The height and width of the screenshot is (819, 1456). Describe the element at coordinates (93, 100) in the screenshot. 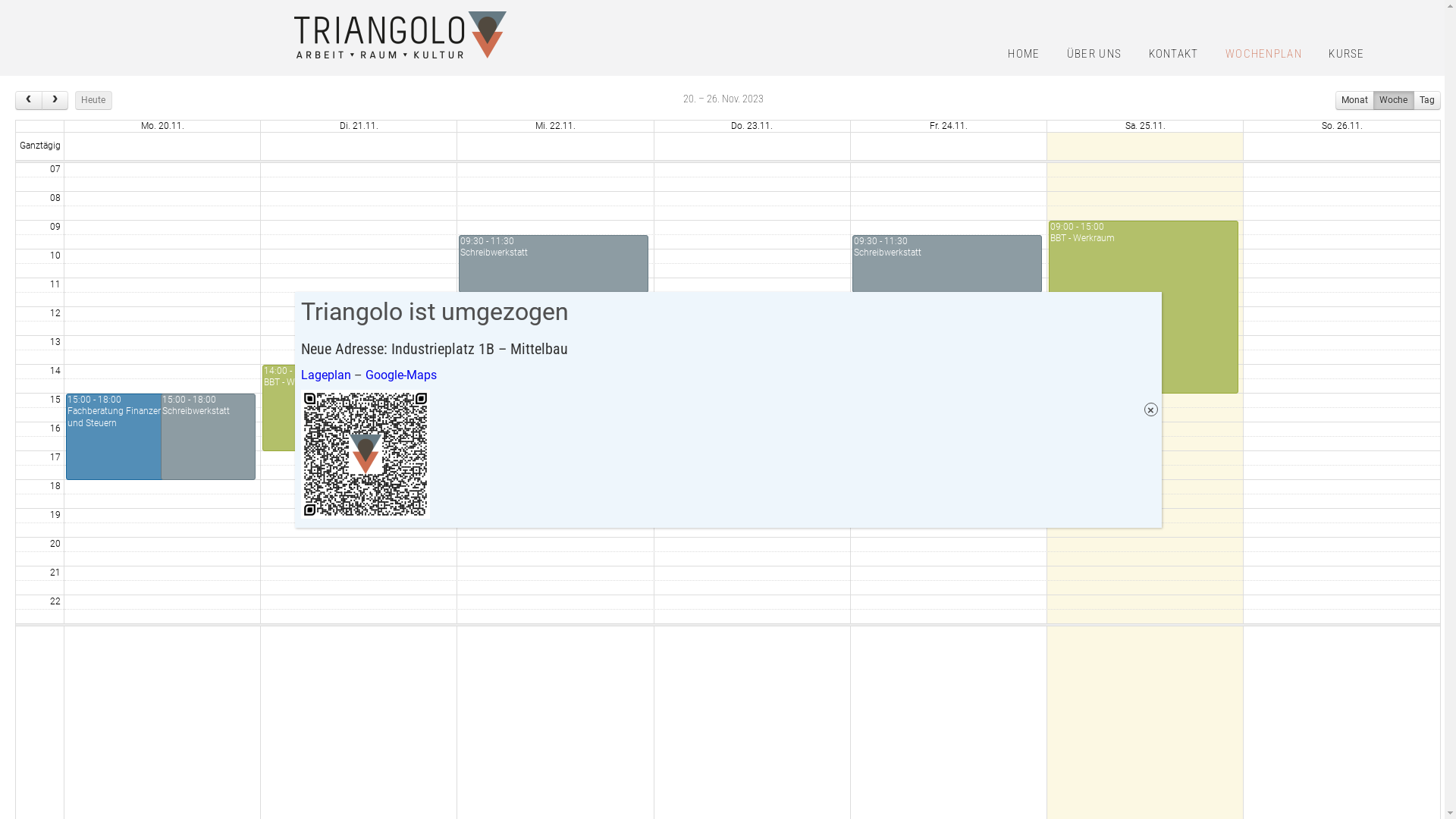

I see `'Heute'` at that location.